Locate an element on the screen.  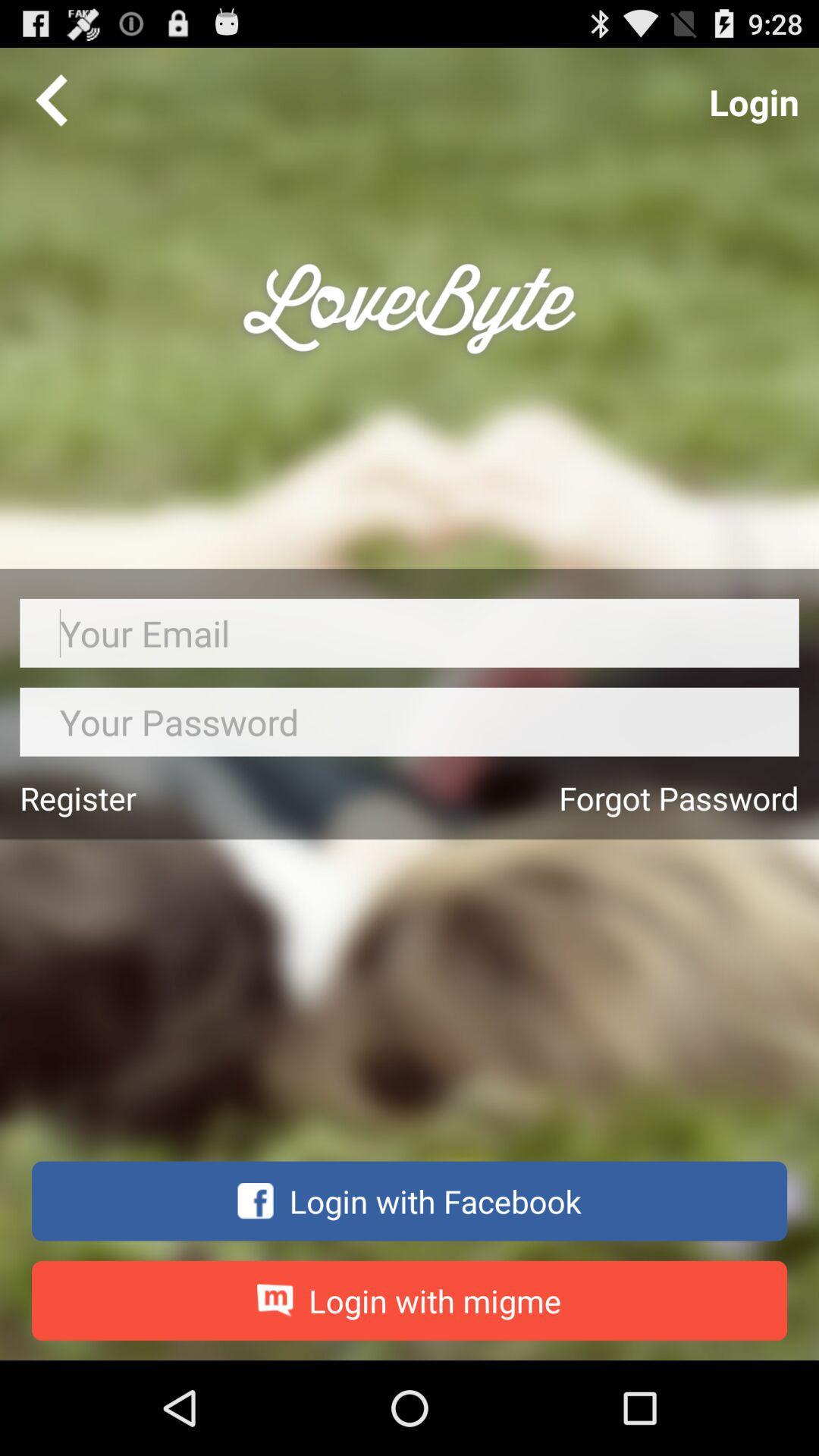
your password is located at coordinates (409, 721).